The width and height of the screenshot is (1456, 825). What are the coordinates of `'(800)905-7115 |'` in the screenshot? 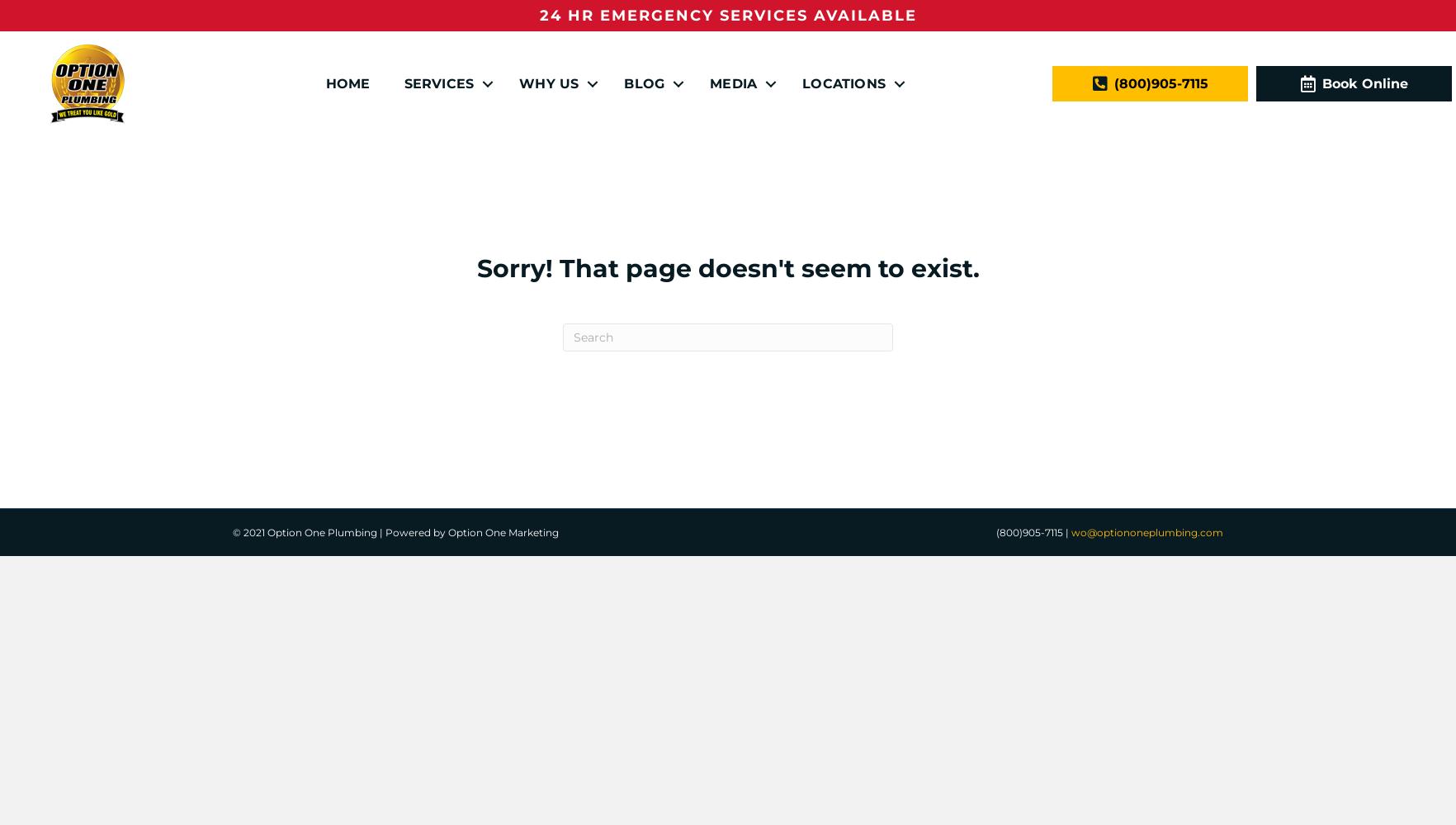 It's located at (1033, 532).